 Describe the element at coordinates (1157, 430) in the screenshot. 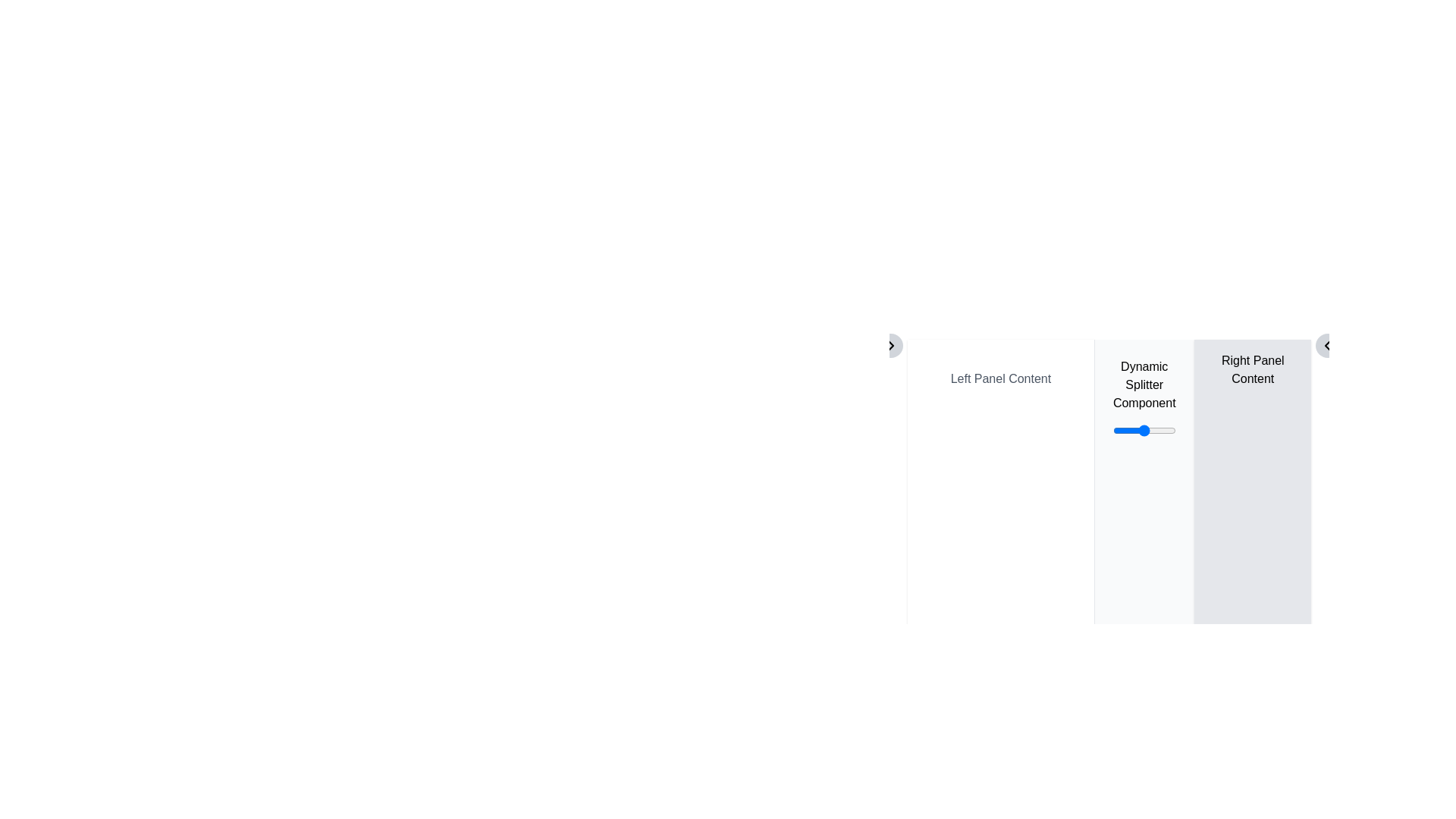

I see `the slider value` at that location.